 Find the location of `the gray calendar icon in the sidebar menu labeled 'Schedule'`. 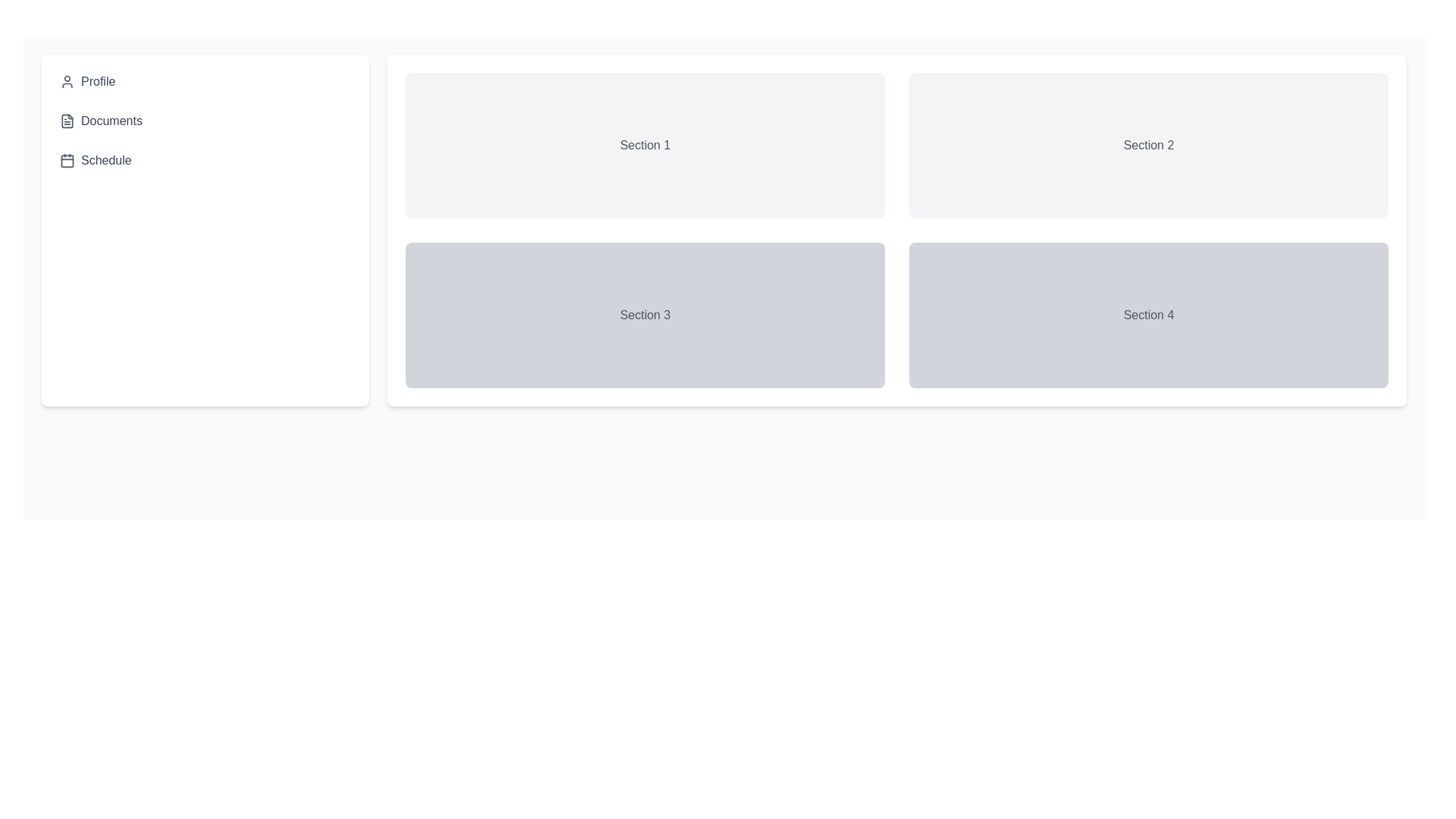

the gray calendar icon in the sidebar menu labeled 'Schedule' is located at coordinates (67, 161).